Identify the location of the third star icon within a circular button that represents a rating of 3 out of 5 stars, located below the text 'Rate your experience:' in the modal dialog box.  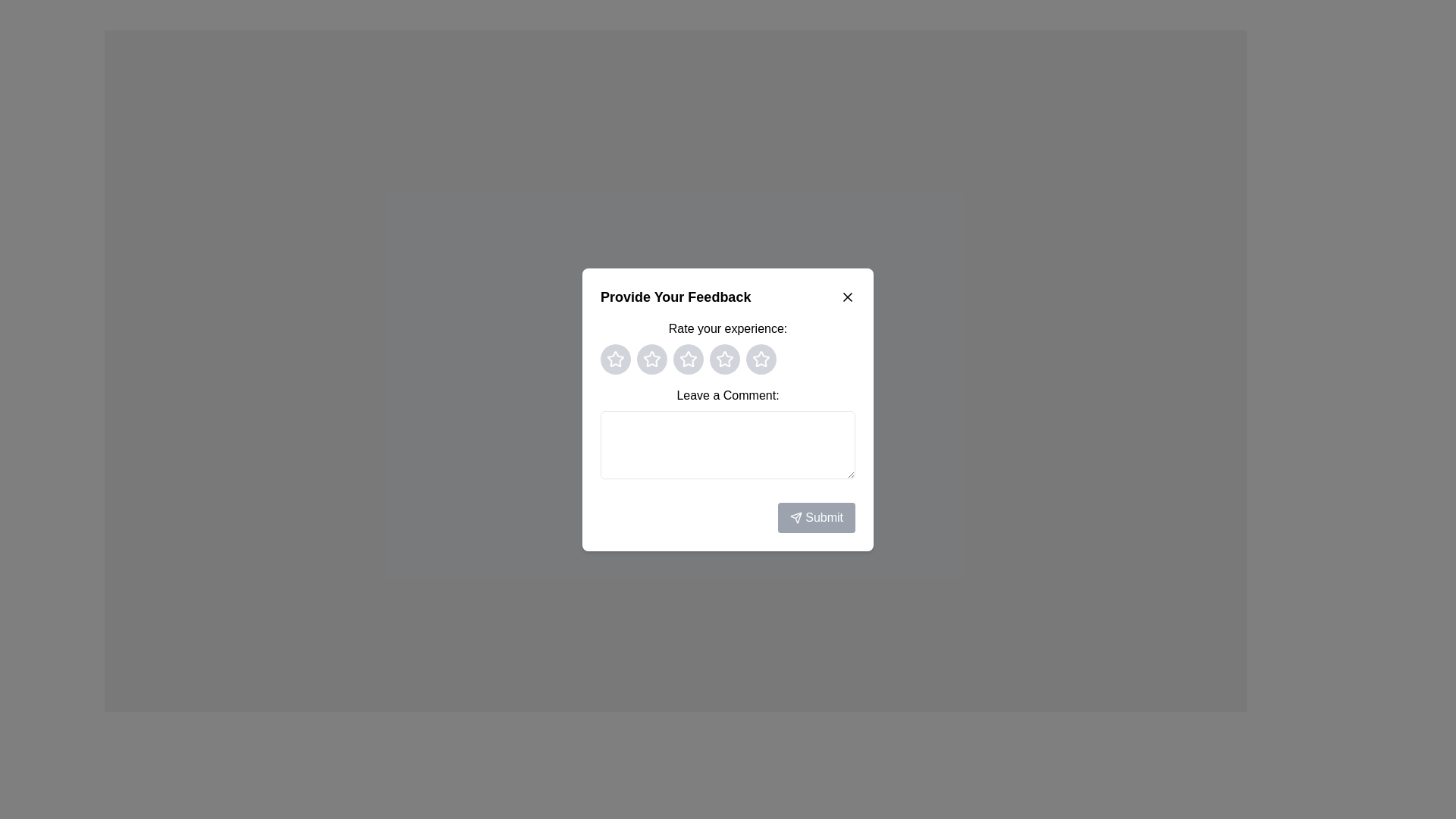
(728, 359).